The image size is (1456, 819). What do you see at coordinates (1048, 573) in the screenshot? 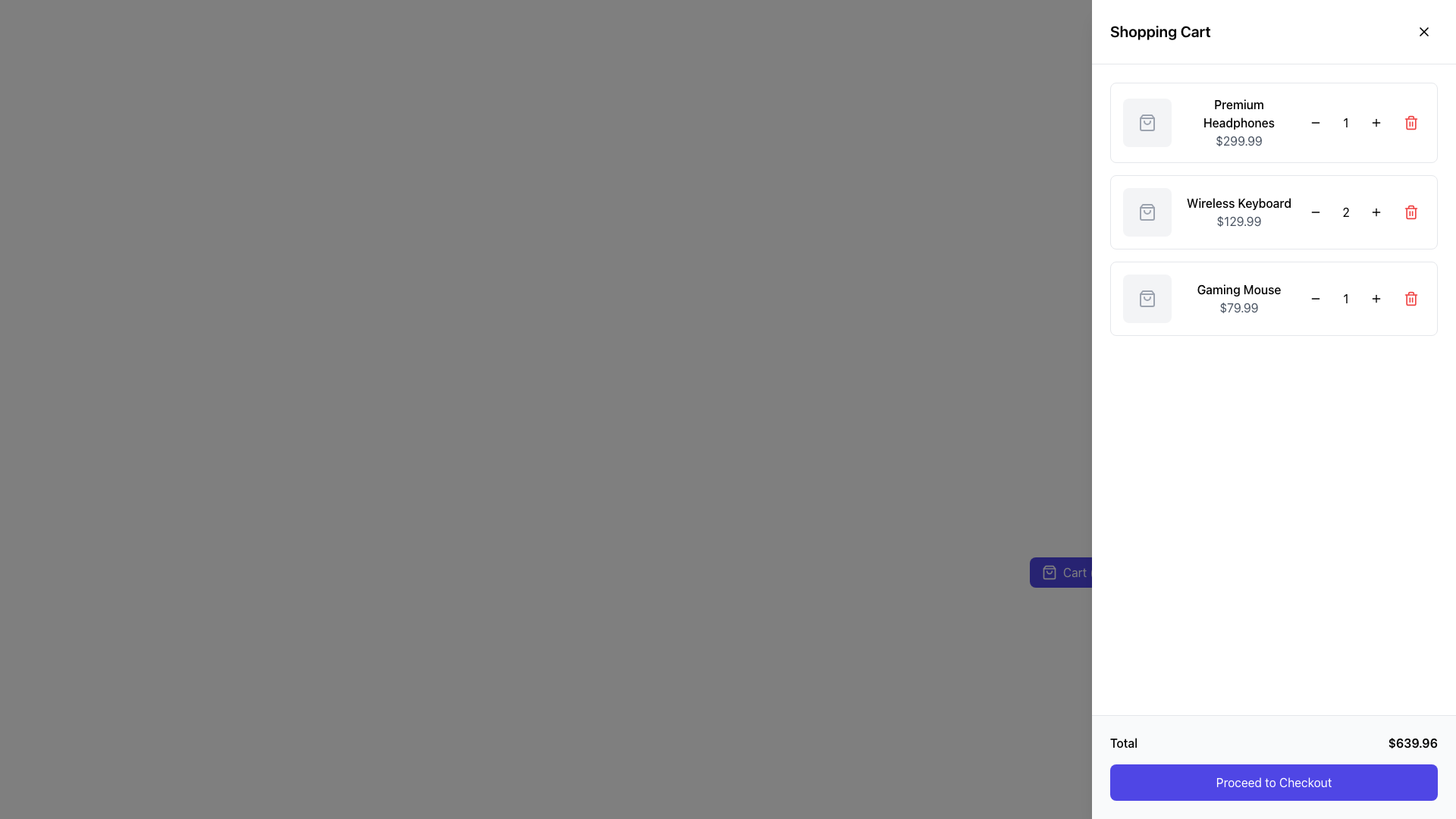
I see `the shopping bag icon located at the bottom-left corner of the shopping cart sidebar` at bounding box center [1048, 573].